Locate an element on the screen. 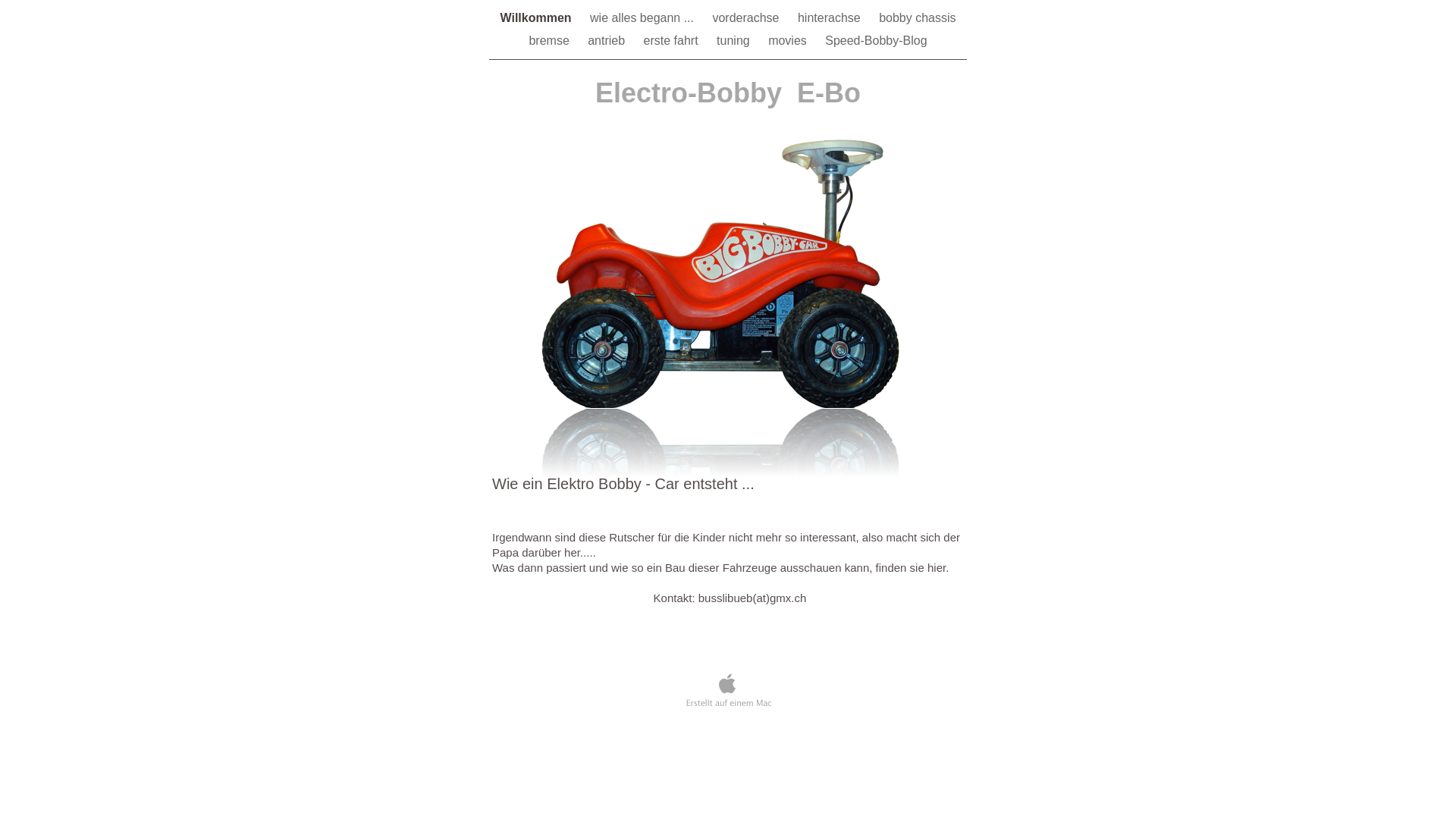 The image size is (1456, 819). 'wie alles begann ...' is located at coordinates (643, 17).